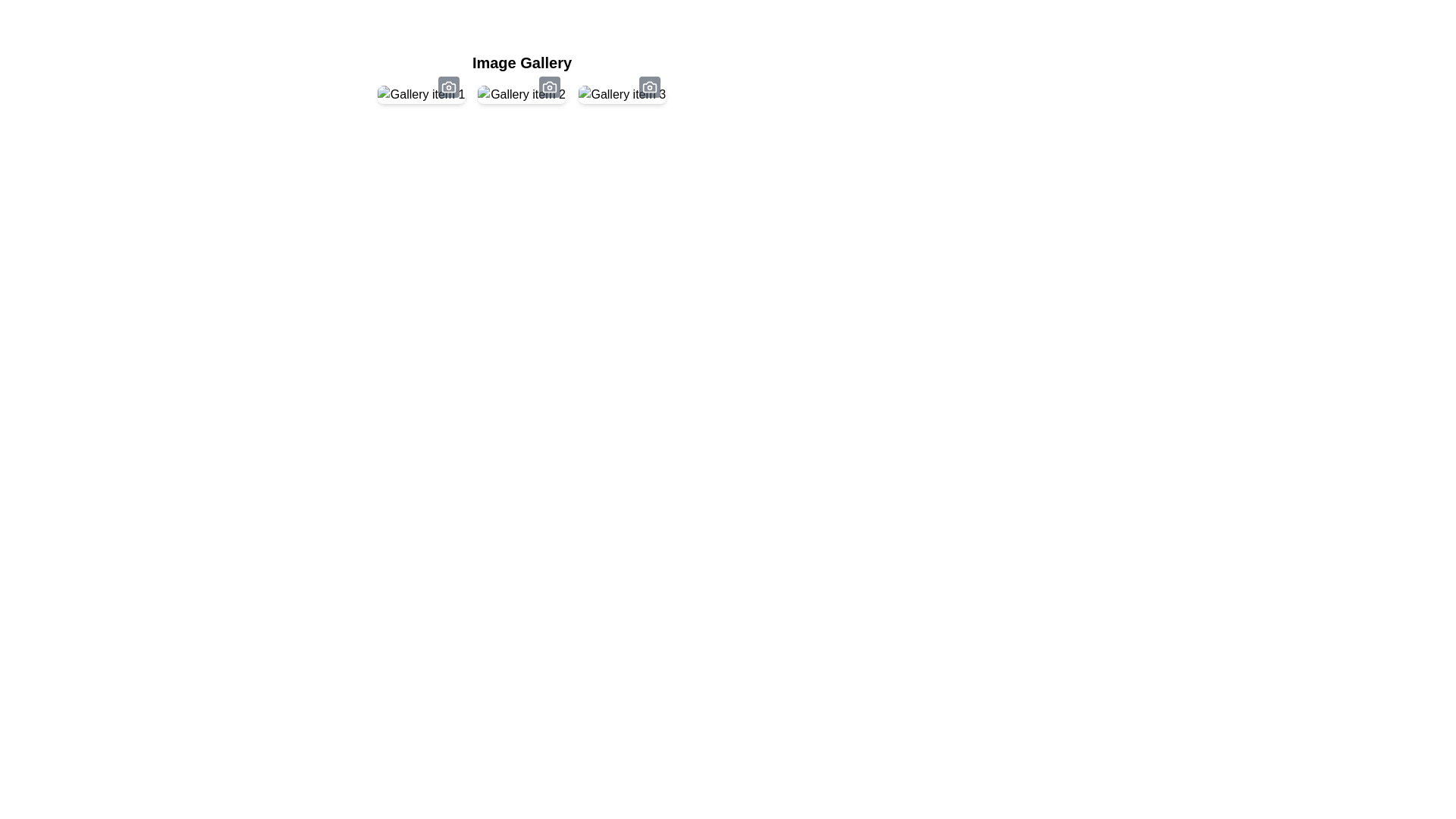 Image resolution: width=1456 pixels, height=819 pixels. I want to click on the button located at the bottom-right corner of the first image in the gallery, so click(448, 87).